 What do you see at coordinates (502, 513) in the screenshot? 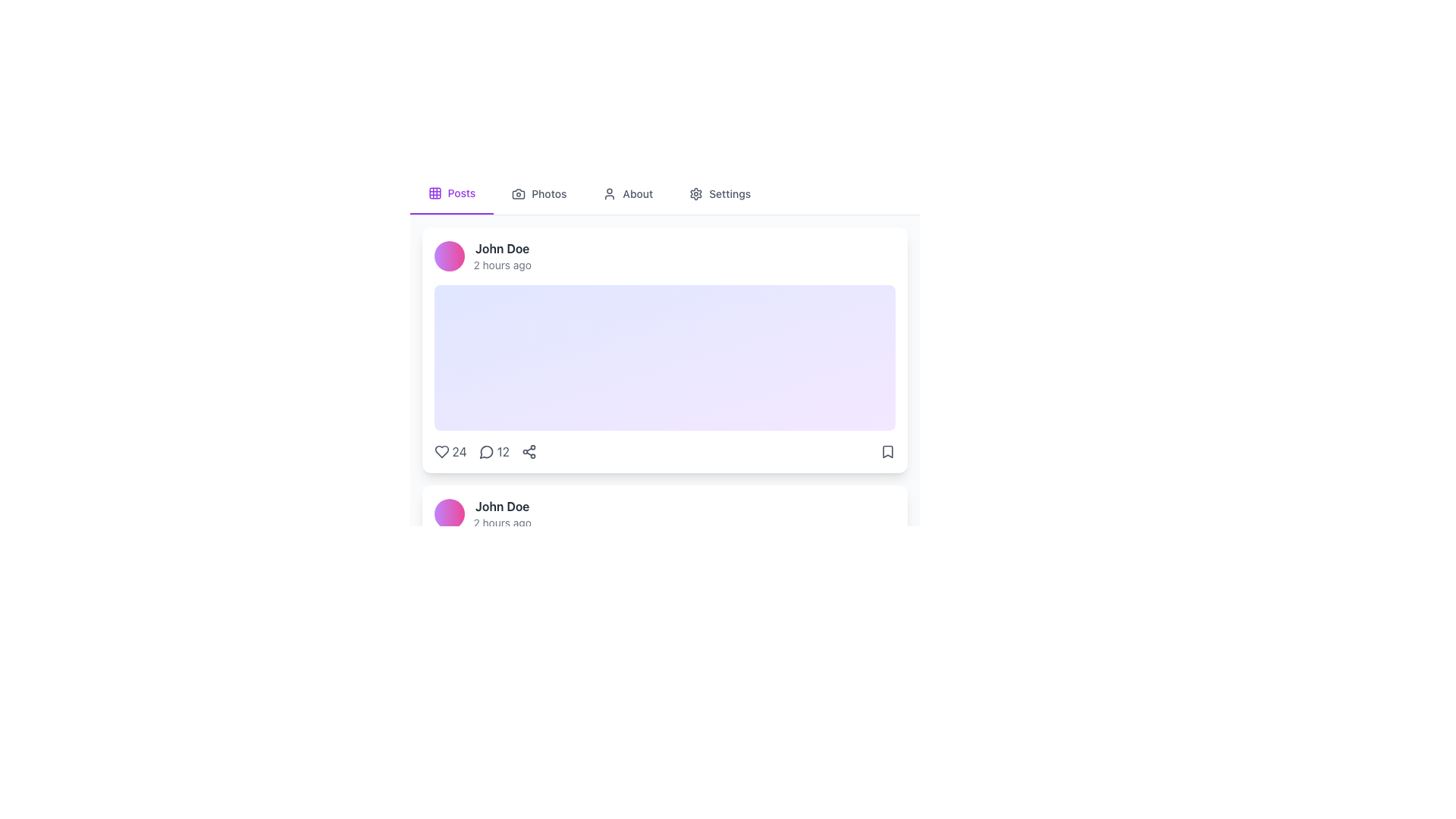
I see `the text block that identifies the user ('John Doe') and provides the timestamp ('2 hours ago') above the post content` at bounding box center [502, 513].